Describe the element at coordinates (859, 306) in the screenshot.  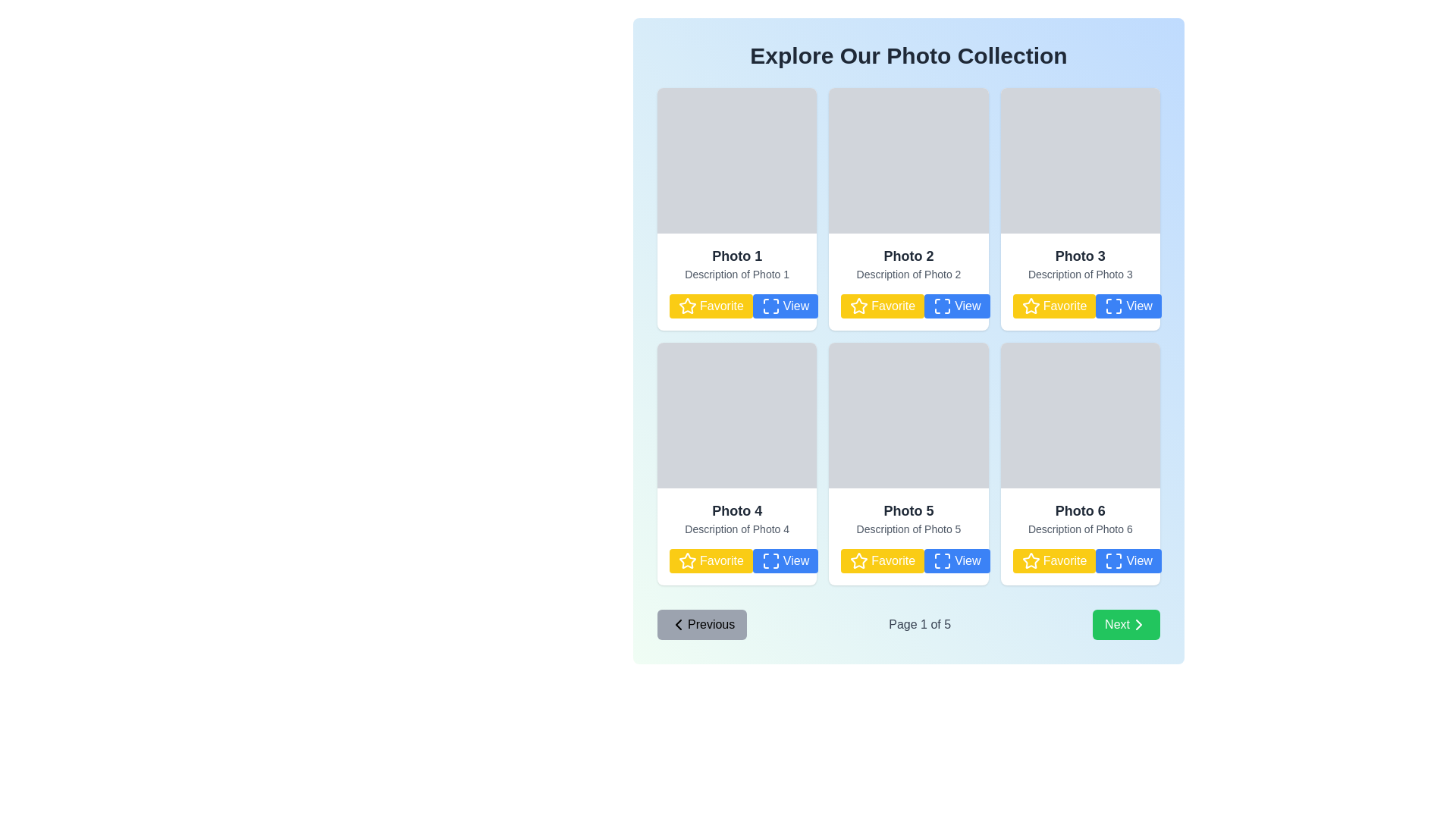
I see `the star-shaped icon within the yellow 'Favorite' button` at that location.